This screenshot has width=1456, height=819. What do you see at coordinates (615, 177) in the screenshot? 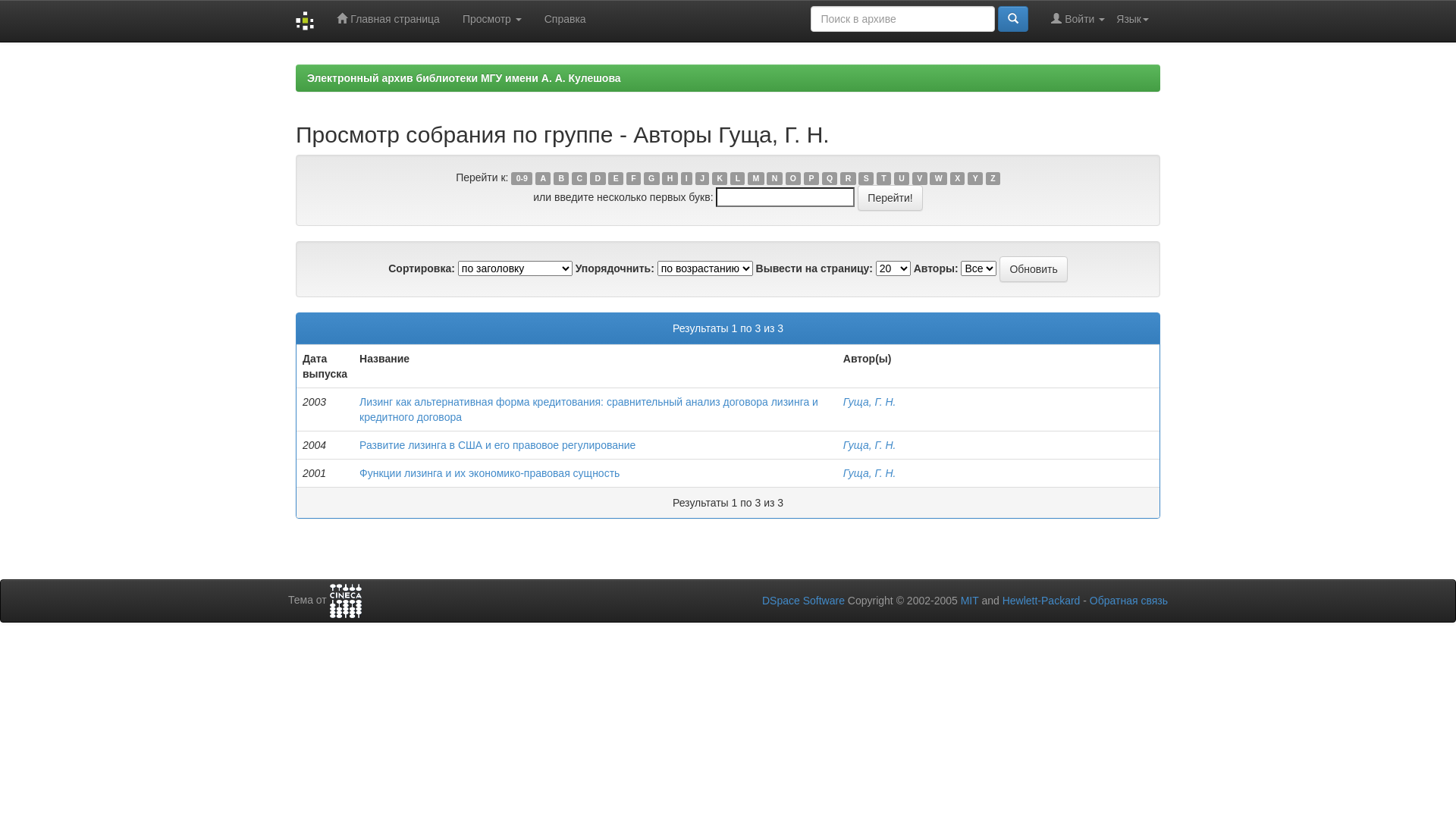
I see `'E'` at bounding box center [615, 177].